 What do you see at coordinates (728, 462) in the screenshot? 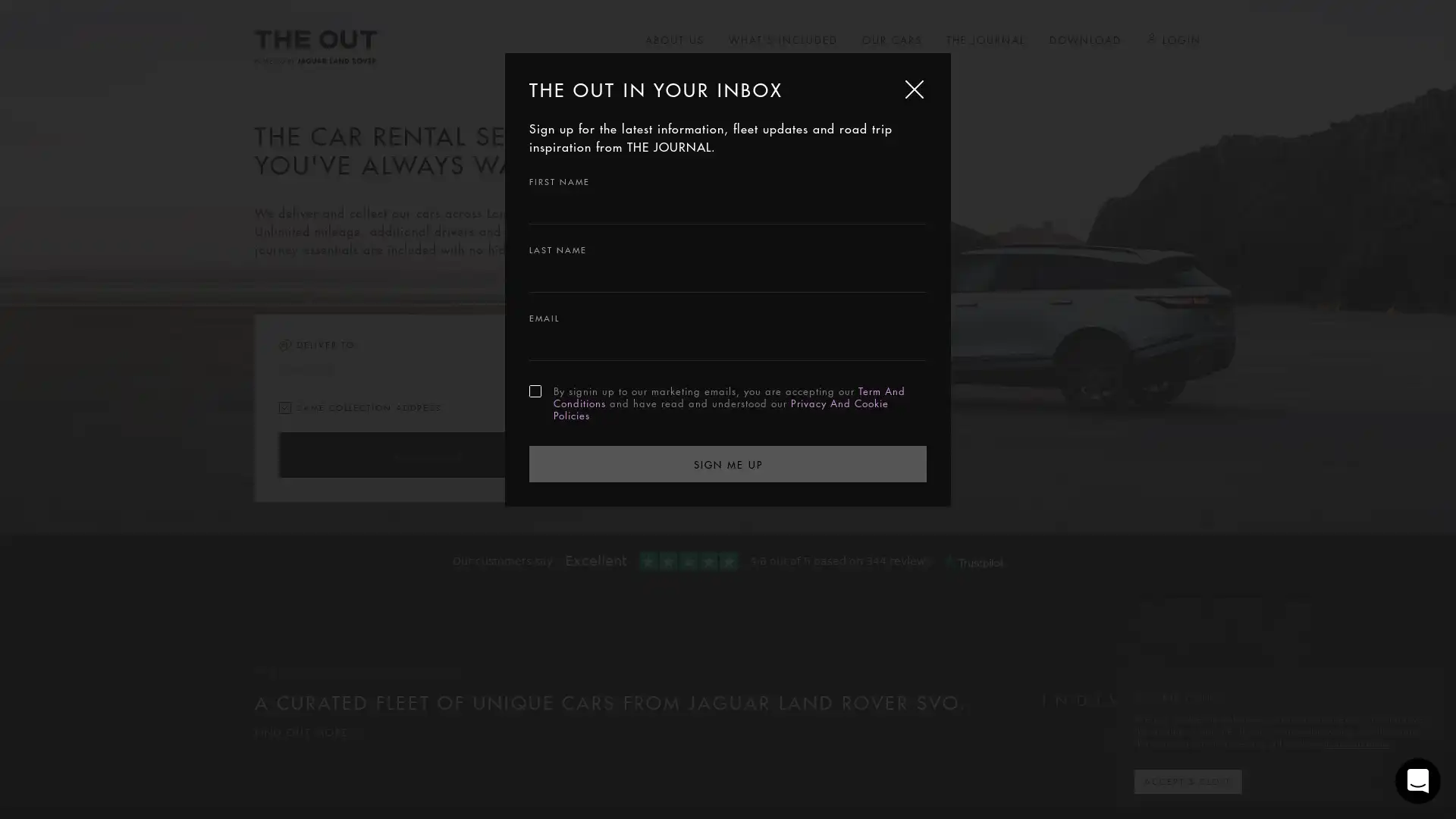
I see `SIGN ME UP` at bounding box center [728, 462].